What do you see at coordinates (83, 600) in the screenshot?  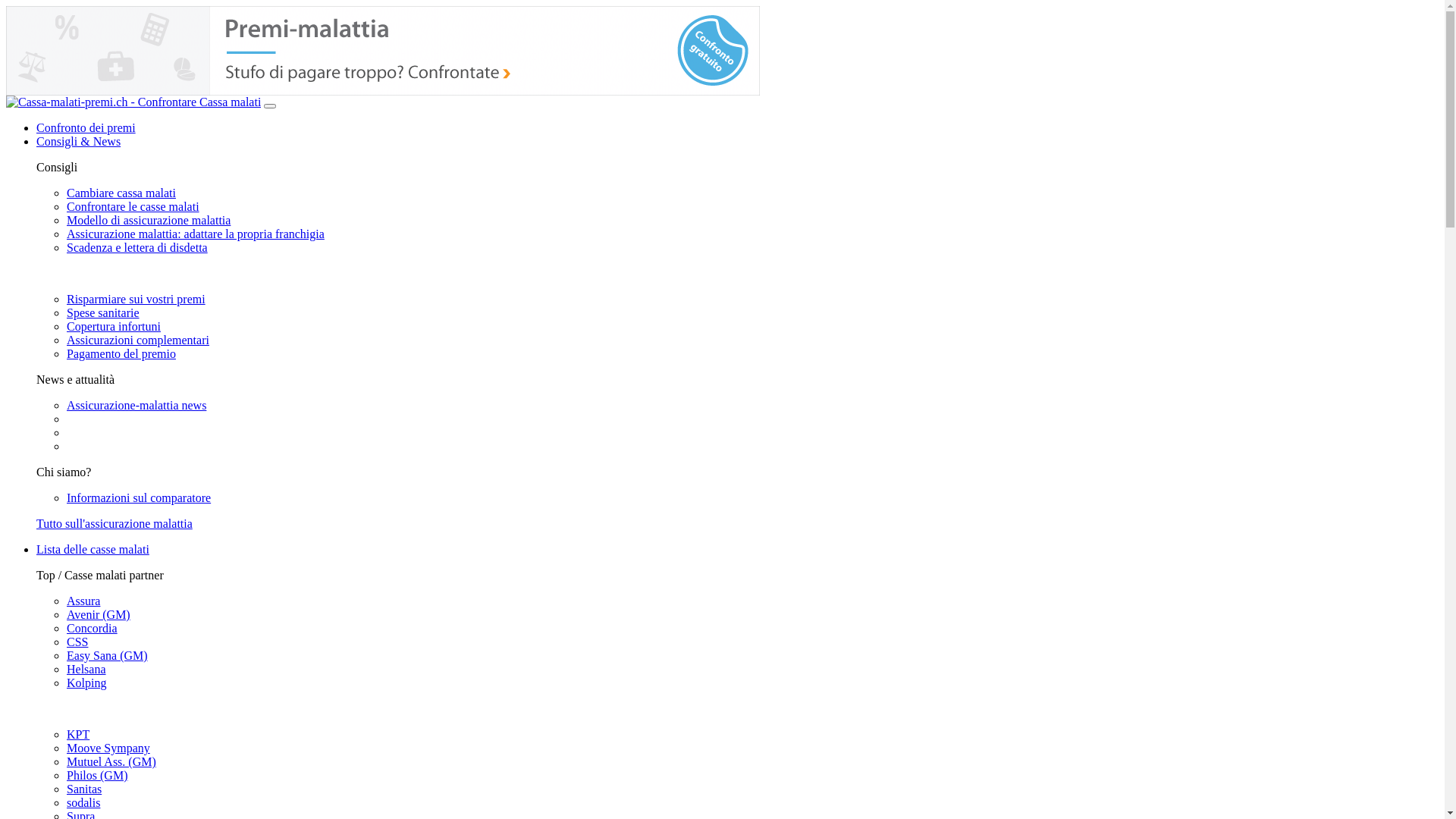 I see `'Assura'` at bounding box center [83, 600].